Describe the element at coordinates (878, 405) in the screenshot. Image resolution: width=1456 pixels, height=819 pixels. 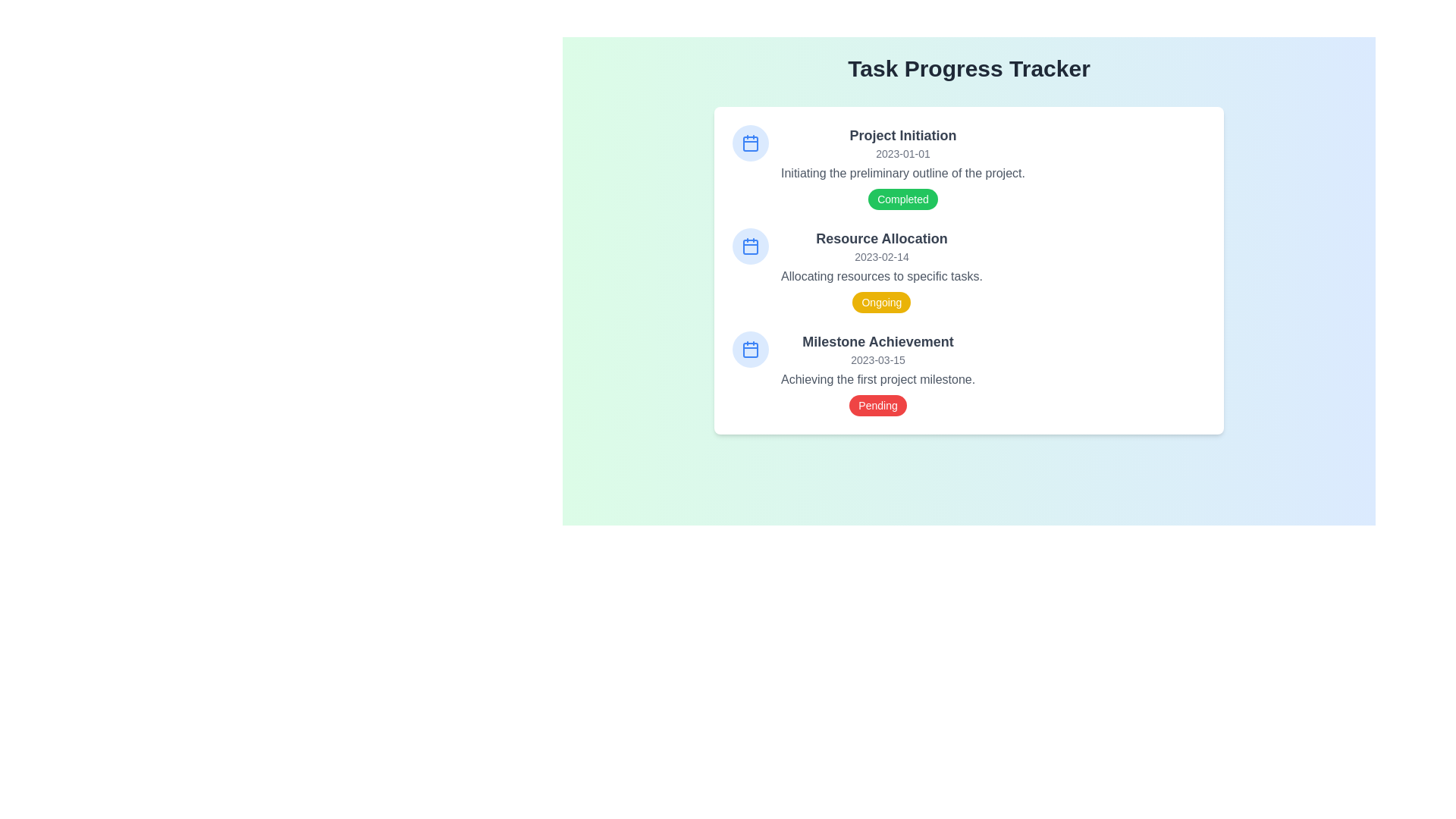
I see `the Status Indicator Badge indicating 'Pending' in the Milestone Achievement section located at the bottom-right corner` at that location.